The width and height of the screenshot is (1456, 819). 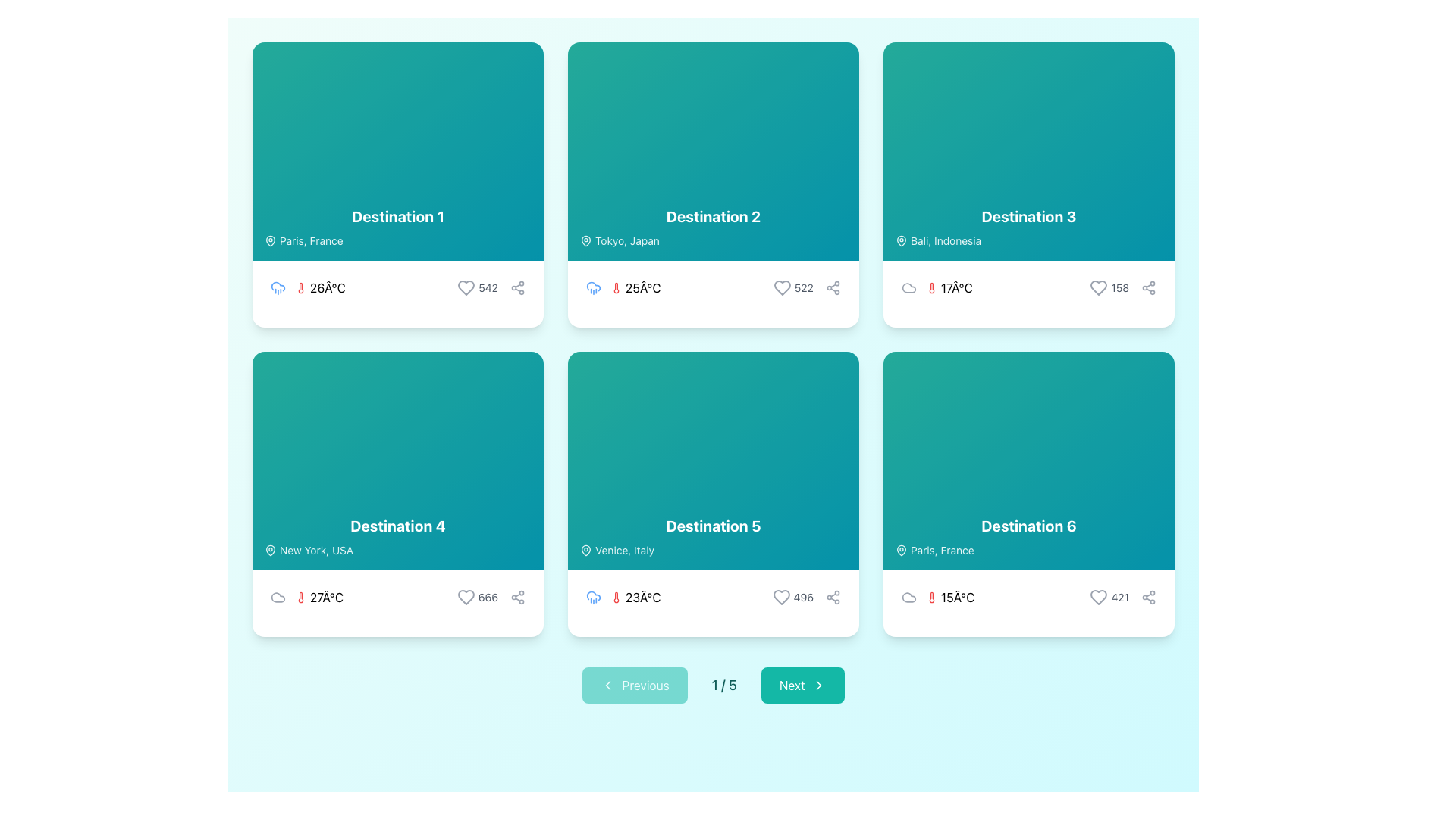 I want to click on the Location Pin icon that indicates the geographic location of 'Paris, France', which is located in the top-left corner of the first item in the grid of destination cards, so click(x=270, y=240).